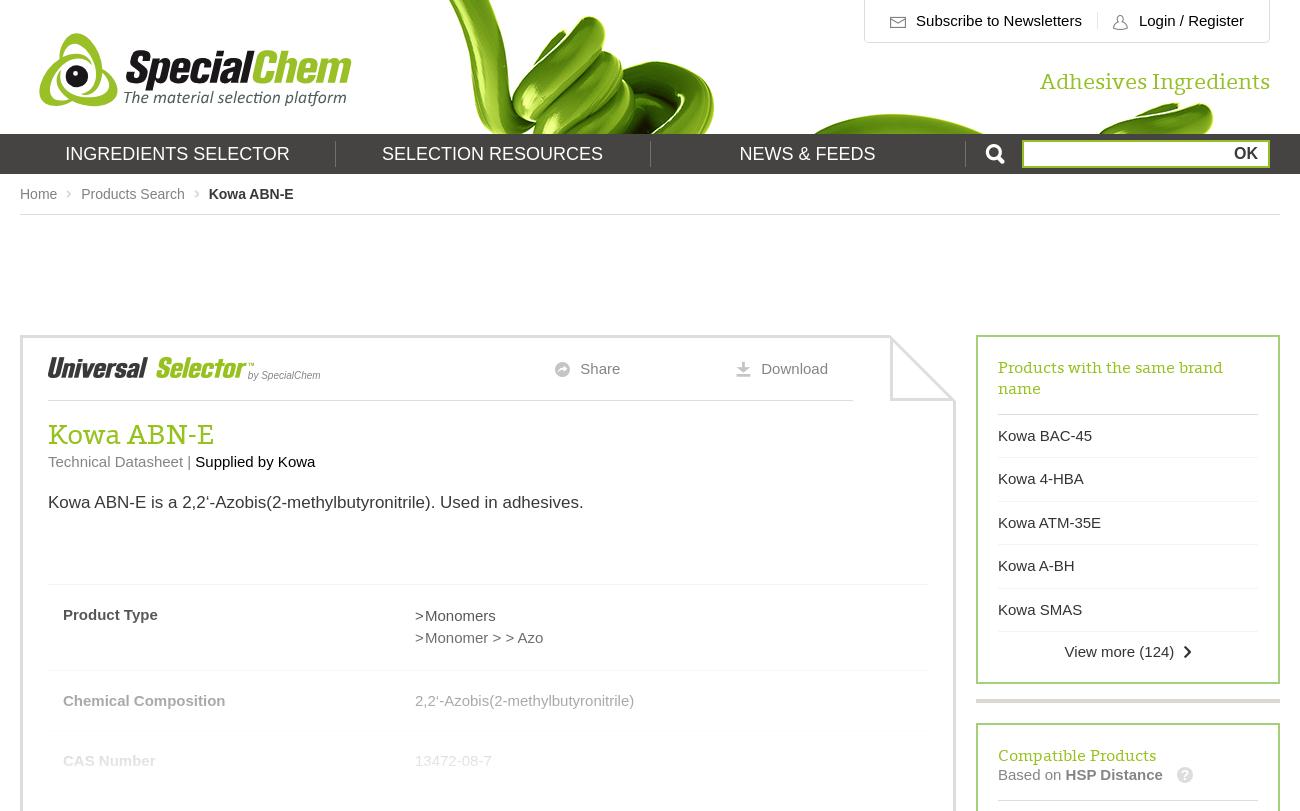 The width and height of the screenshot is (1300, 811). I want to click on 'Adhesives Ingredients', so click(1155, 81).